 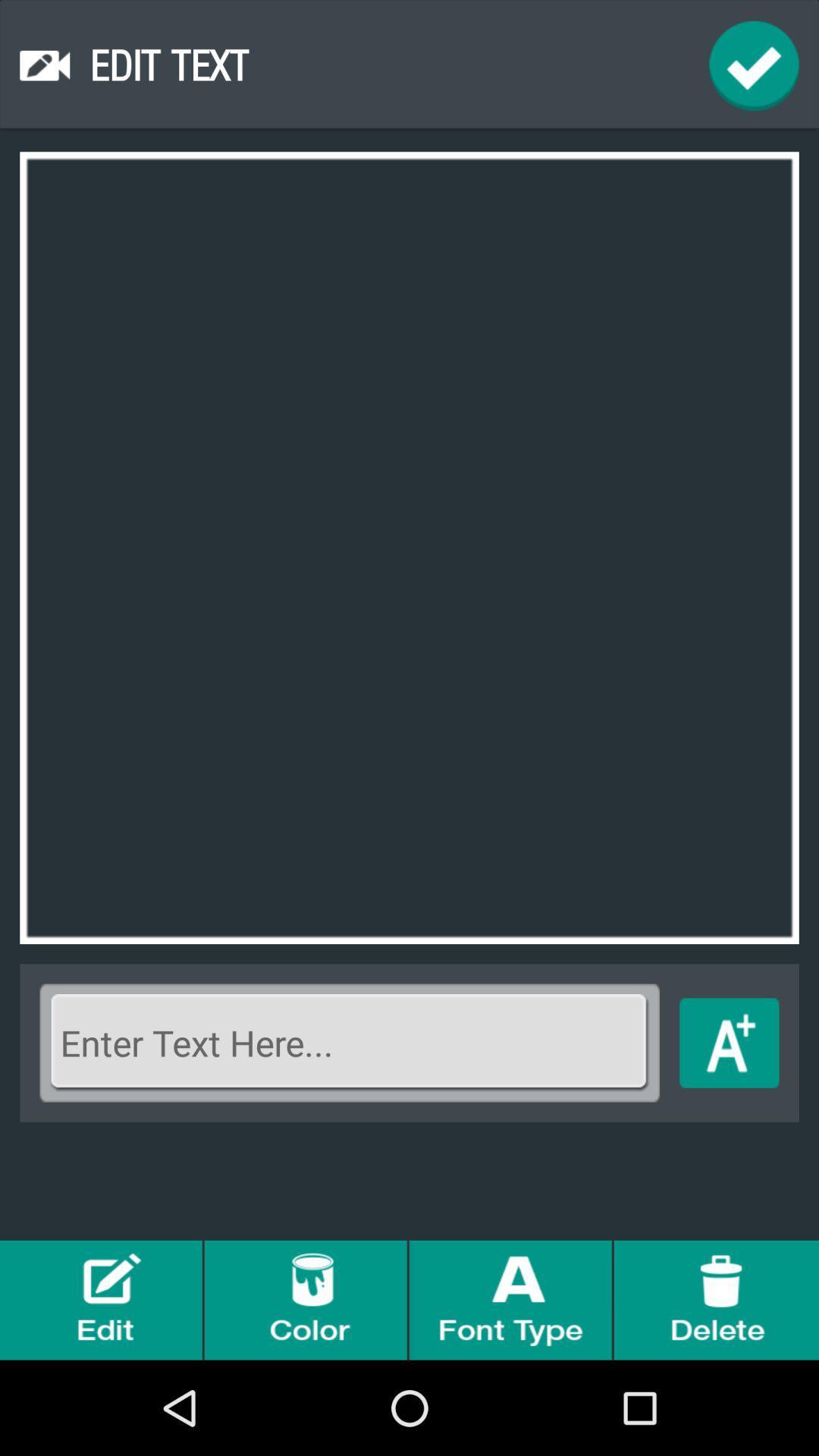 I want to click on begin typing, so click(x=728, y=1042).